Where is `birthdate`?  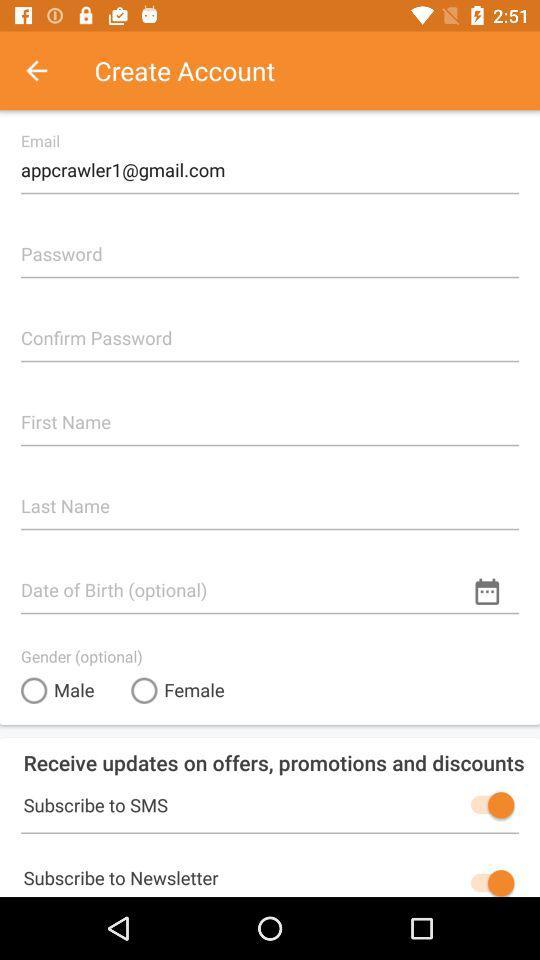
birthdate is located at coordinates (270, 581).